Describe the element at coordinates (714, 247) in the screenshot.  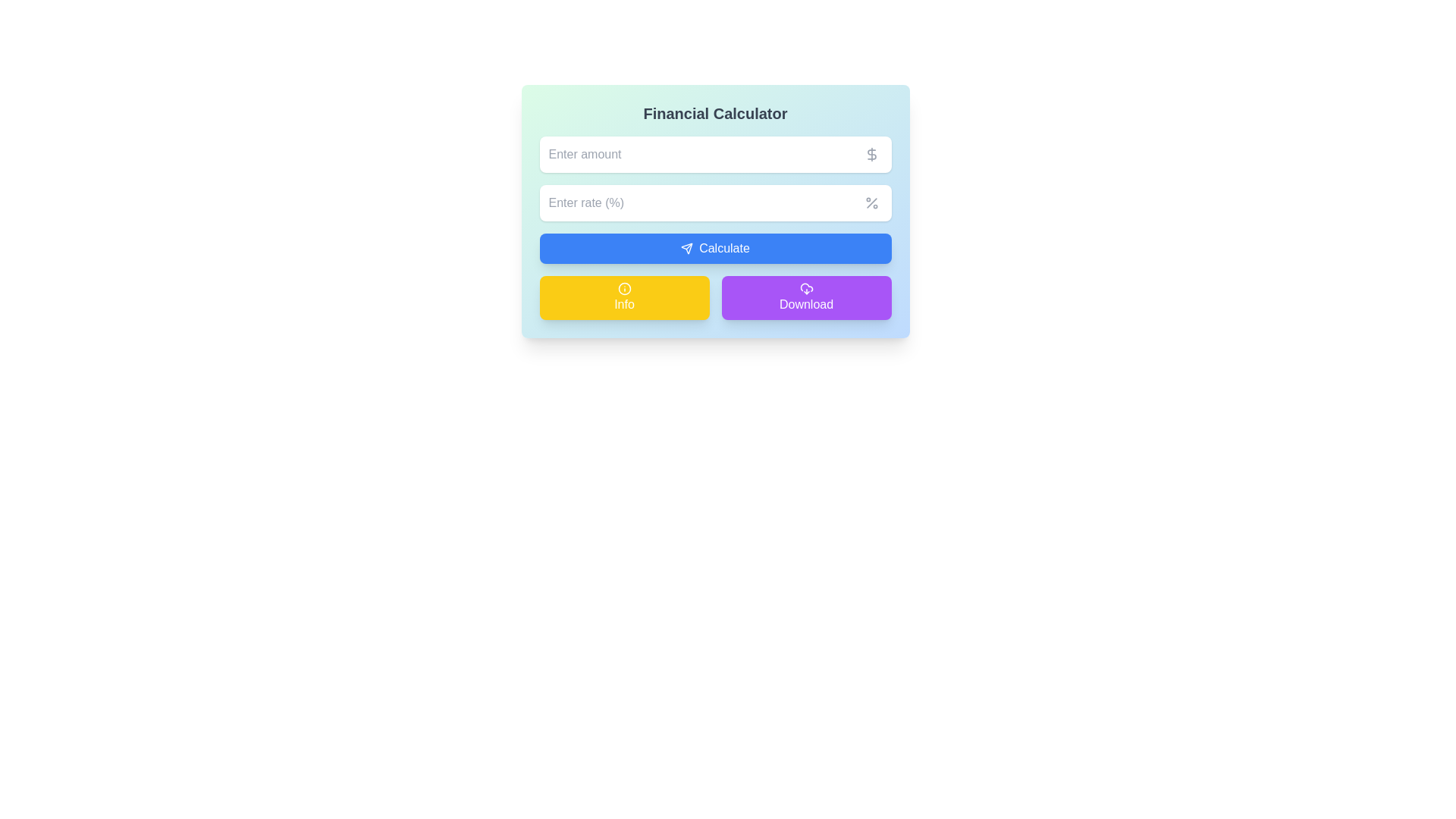
I see `the 'Calculate' button with a blue background and white text` at that location.